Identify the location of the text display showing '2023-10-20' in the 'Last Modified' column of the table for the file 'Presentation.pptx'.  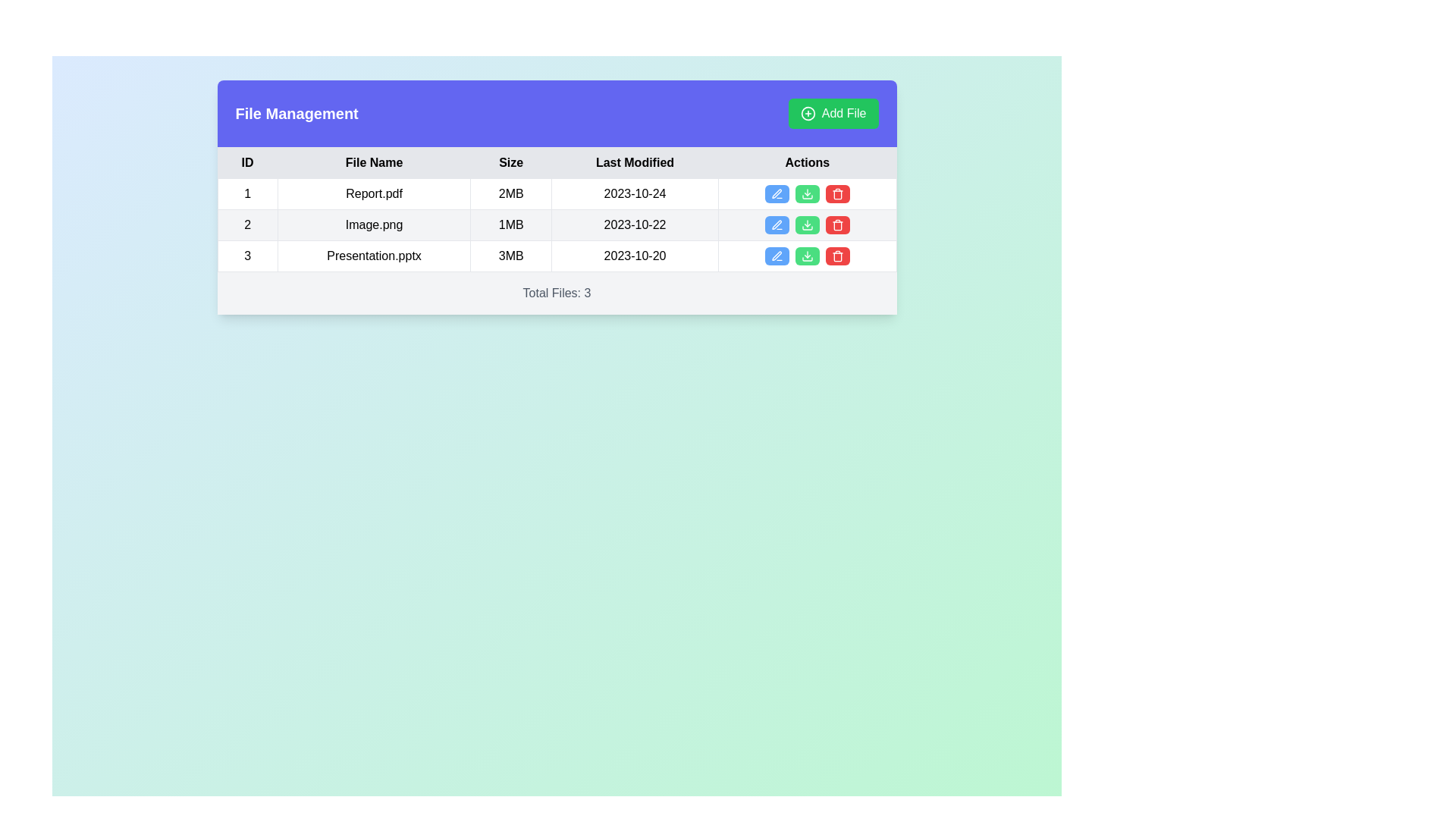
(635, 256).